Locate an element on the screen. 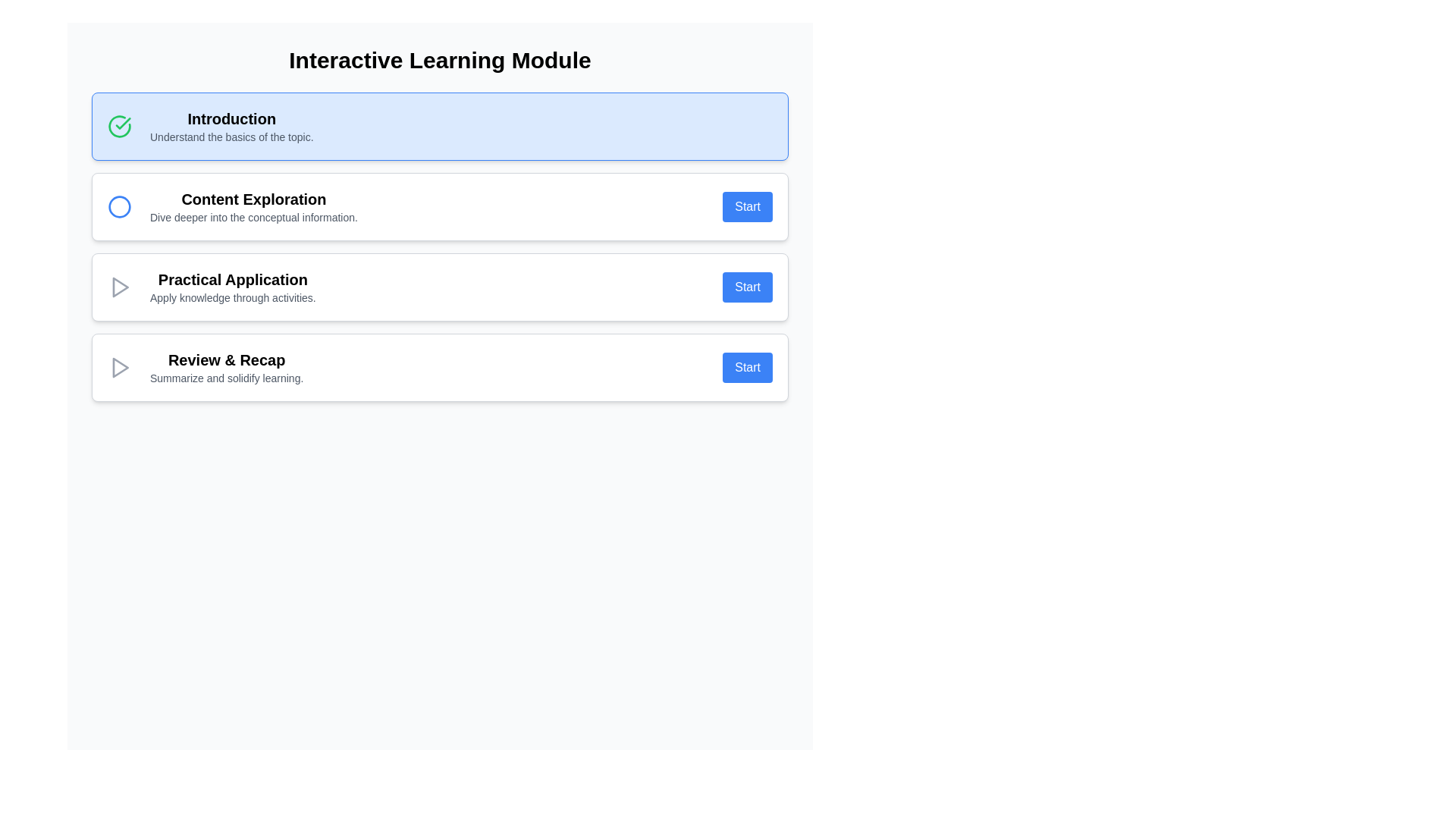  the bold and large static text element reading 'Review & Recap', which is located in the fourth section of the module list, adjacent to the play icon is located at coordinates (226, 359).